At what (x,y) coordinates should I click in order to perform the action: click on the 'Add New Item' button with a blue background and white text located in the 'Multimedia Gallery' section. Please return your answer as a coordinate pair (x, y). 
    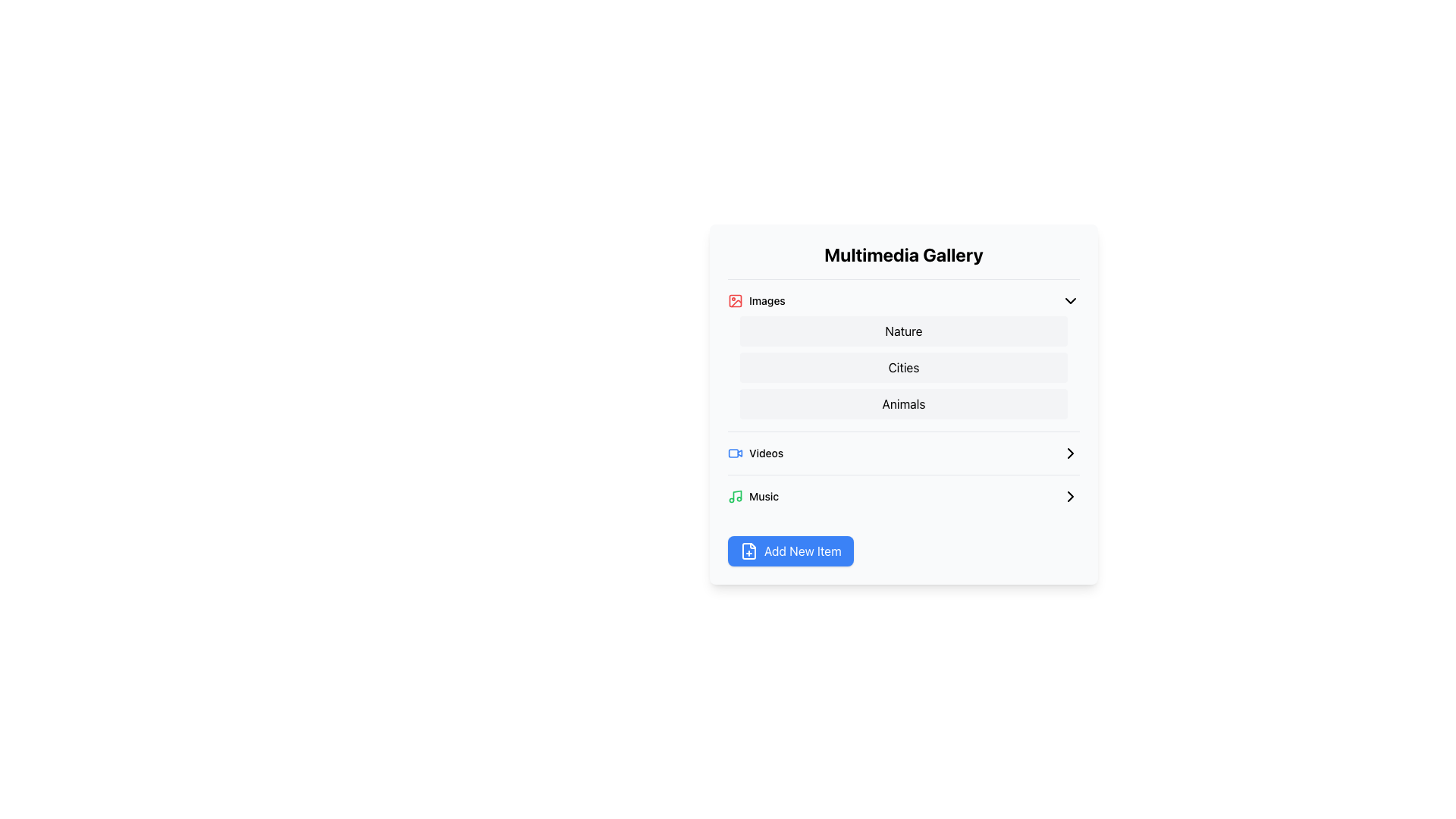
    Looking at the image, I should click on (789, 551).